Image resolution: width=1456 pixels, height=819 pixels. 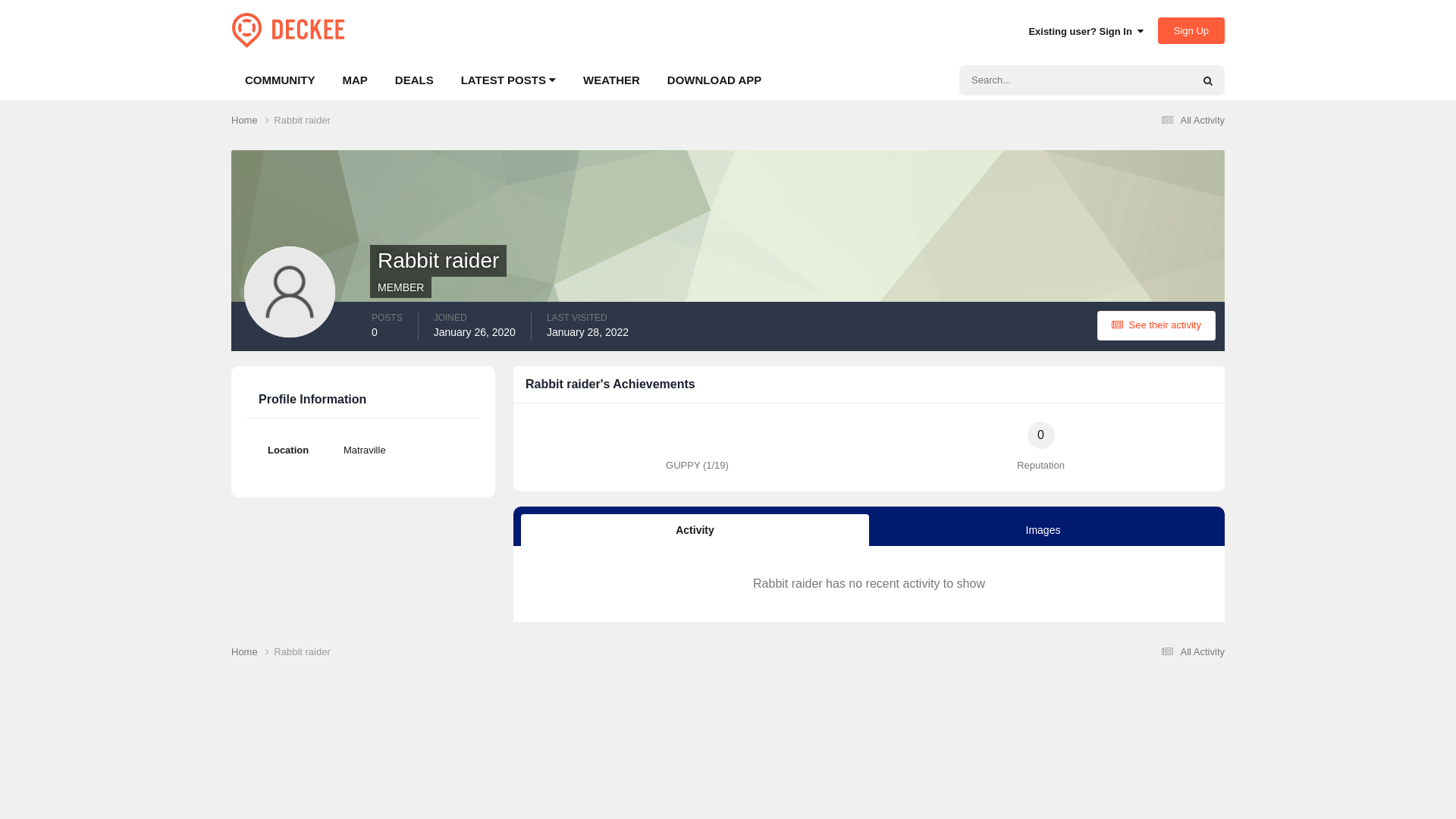 What do you see at coordinates (1190, 30) in the screenshot?
I see `'Sign Up'` at bounding box center [1190, 30].